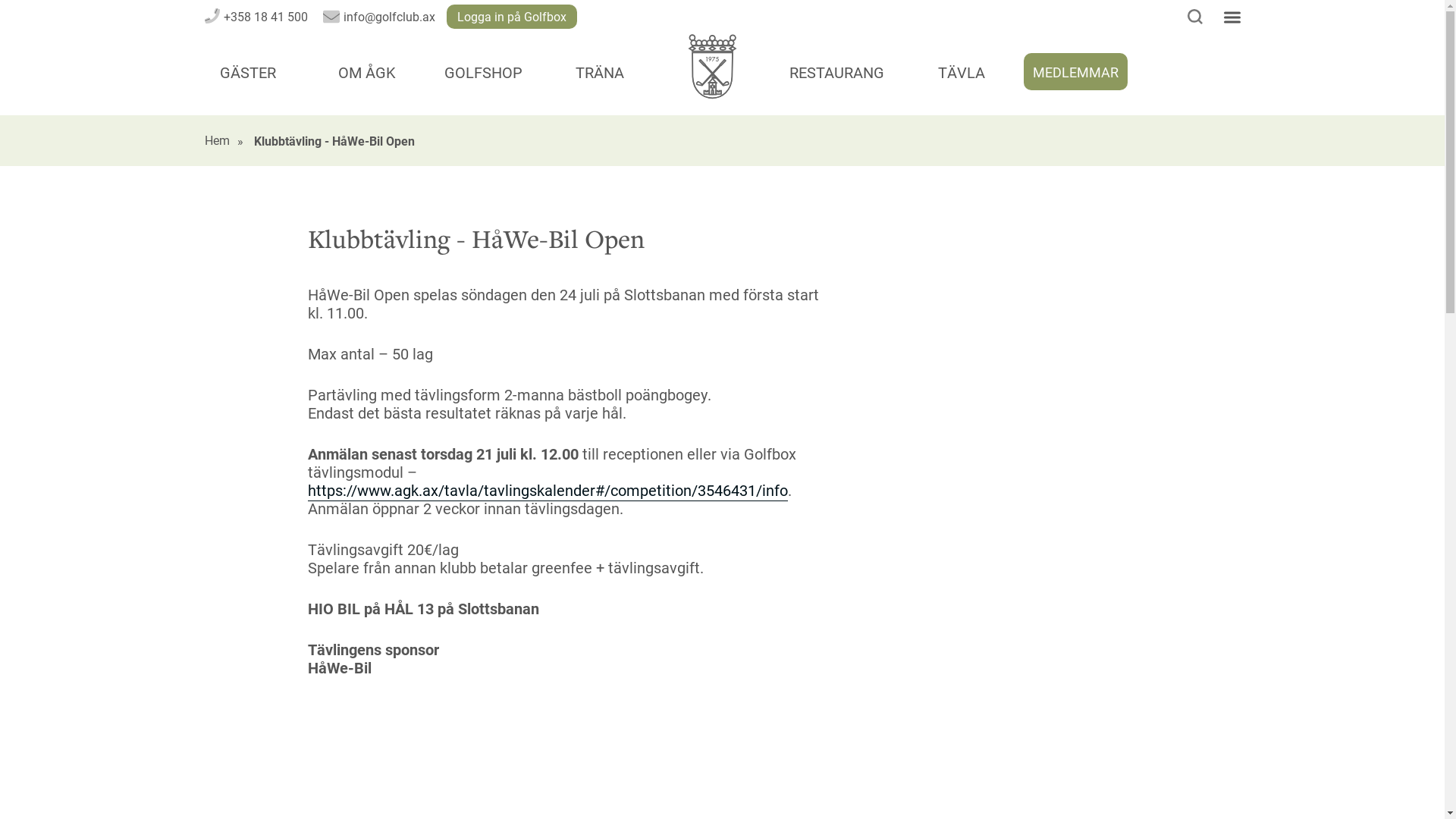 The width and height of the screenshot is (1456, 819). I want to click on 'Hem', so click(216, 140).